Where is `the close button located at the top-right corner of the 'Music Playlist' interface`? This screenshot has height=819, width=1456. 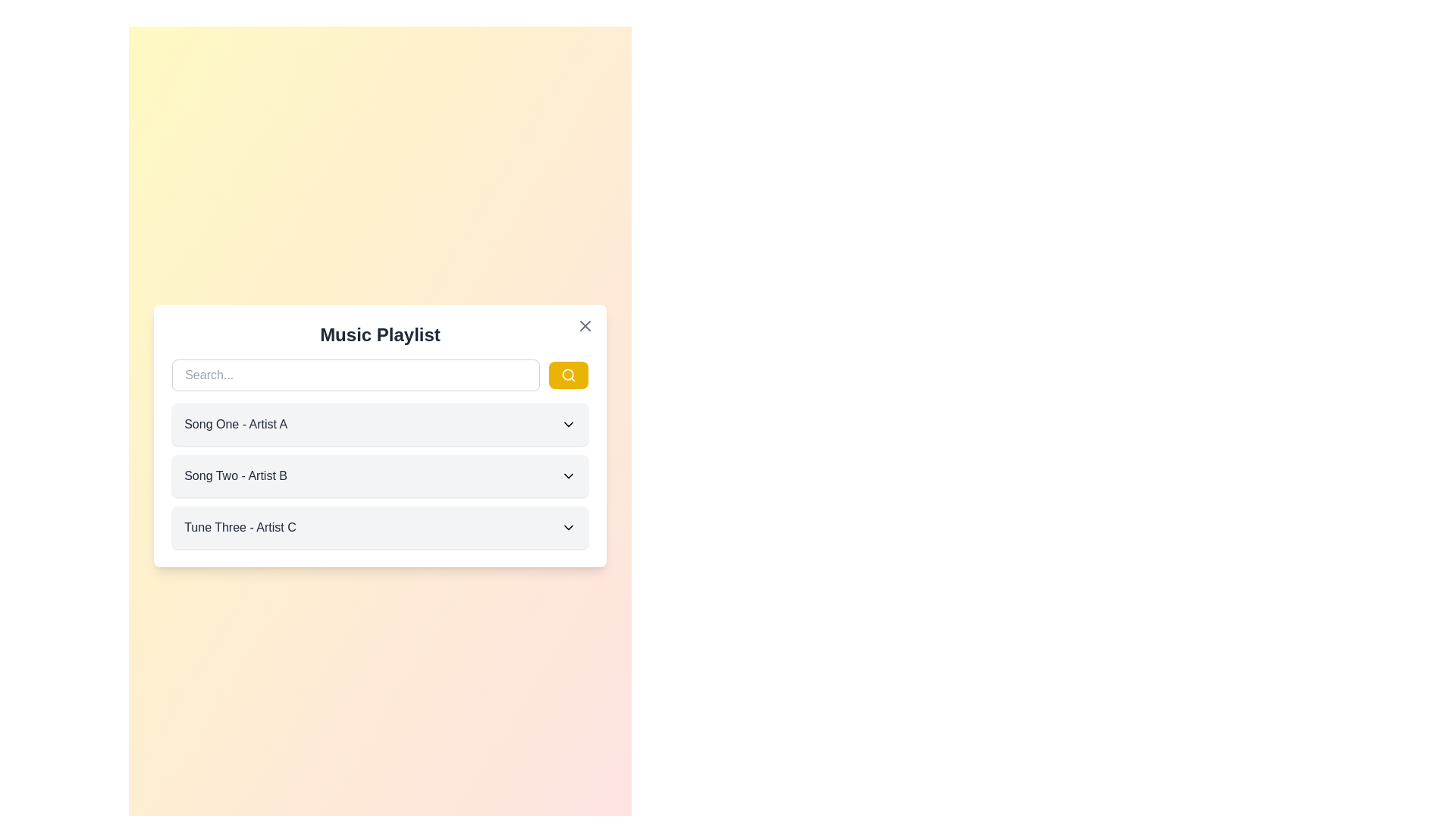
the close button located at the top-right corner of the 'Music Playlist' interface is located at coordinates (584, 325).